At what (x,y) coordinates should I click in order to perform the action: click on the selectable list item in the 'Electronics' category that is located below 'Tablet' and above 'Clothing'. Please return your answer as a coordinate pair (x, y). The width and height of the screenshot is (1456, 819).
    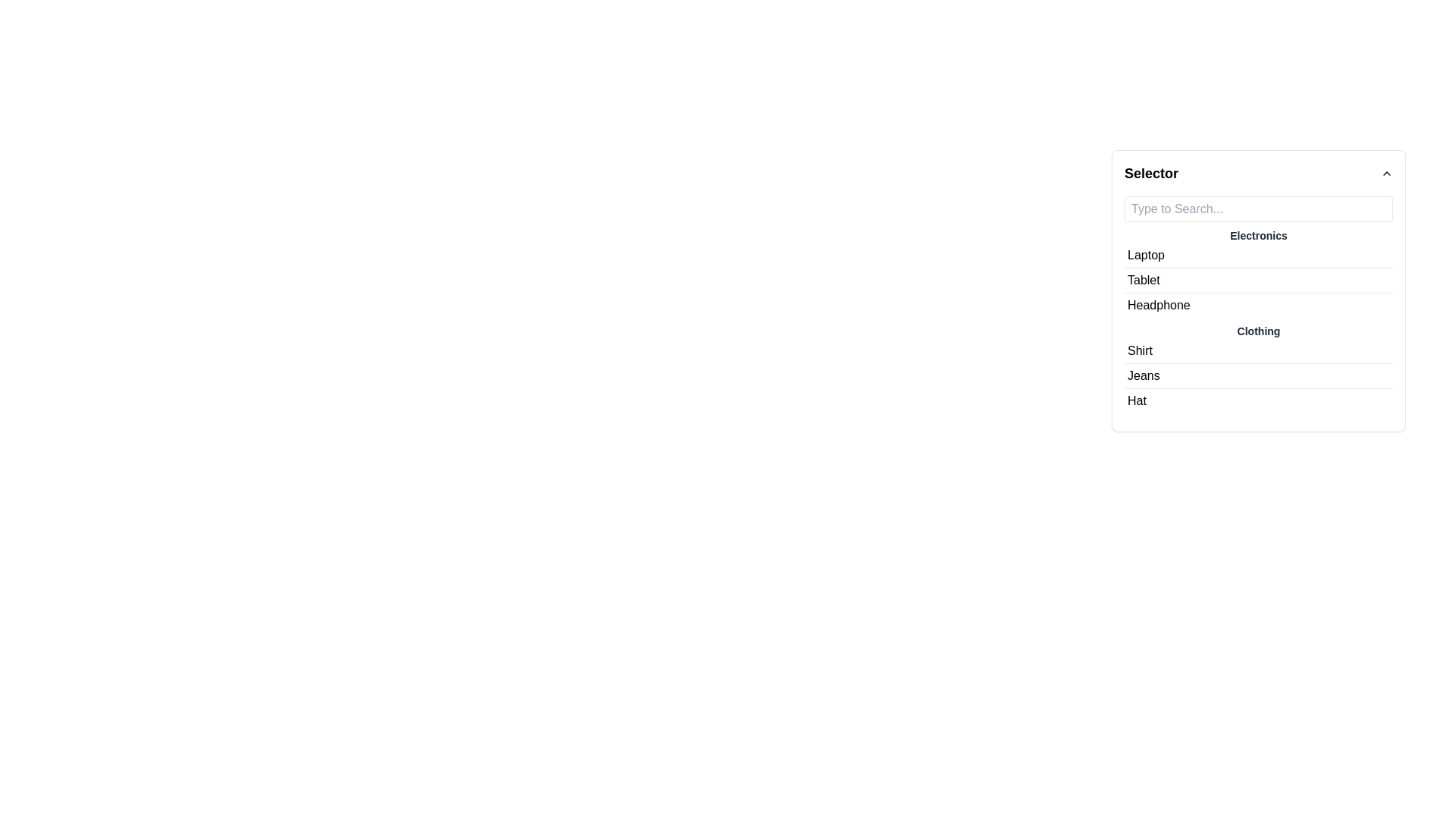
    Looking at the image, I should click on (1259, 305).